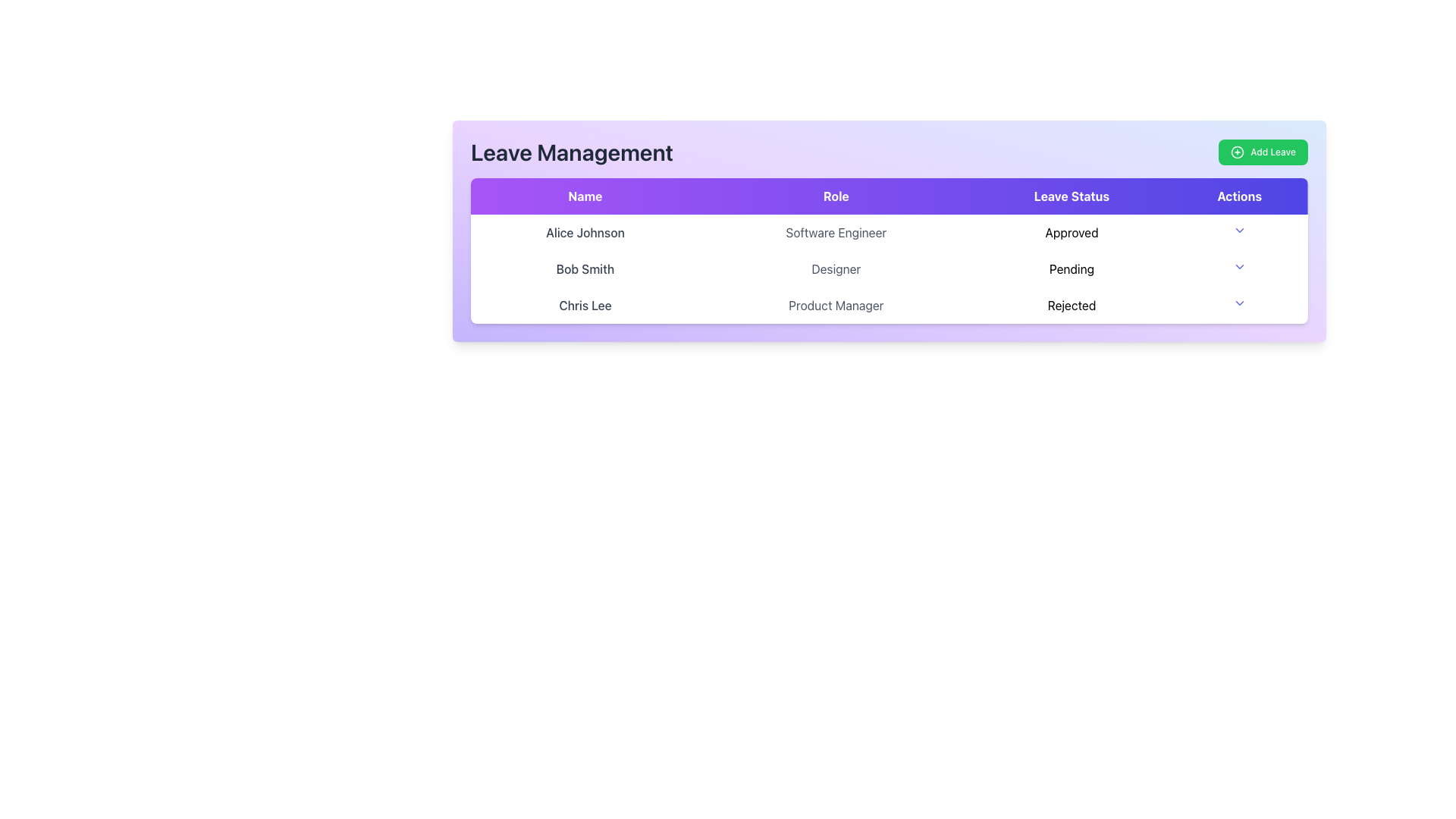 The height and width of the screenshot is (819, 1456). What do you see at coordinates (835, 233) in the screenshot?
I see `the text label displaying 'Software Engineer' located in the Role column of the table corresponding to 'Alice Johnson'` at bounding box center [835, 233].